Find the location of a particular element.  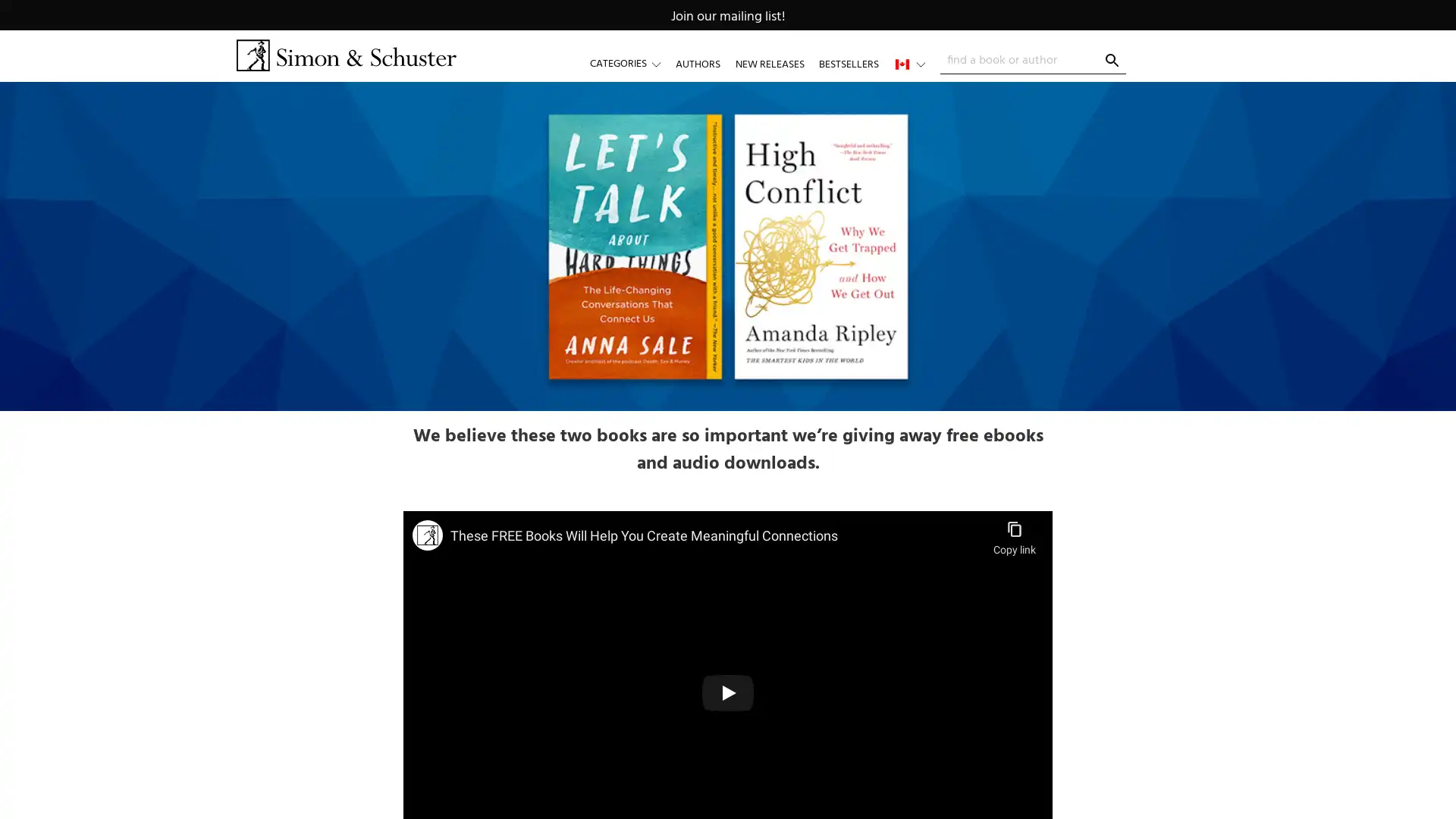

CATEGORIES is located at coordinates (632, 63).